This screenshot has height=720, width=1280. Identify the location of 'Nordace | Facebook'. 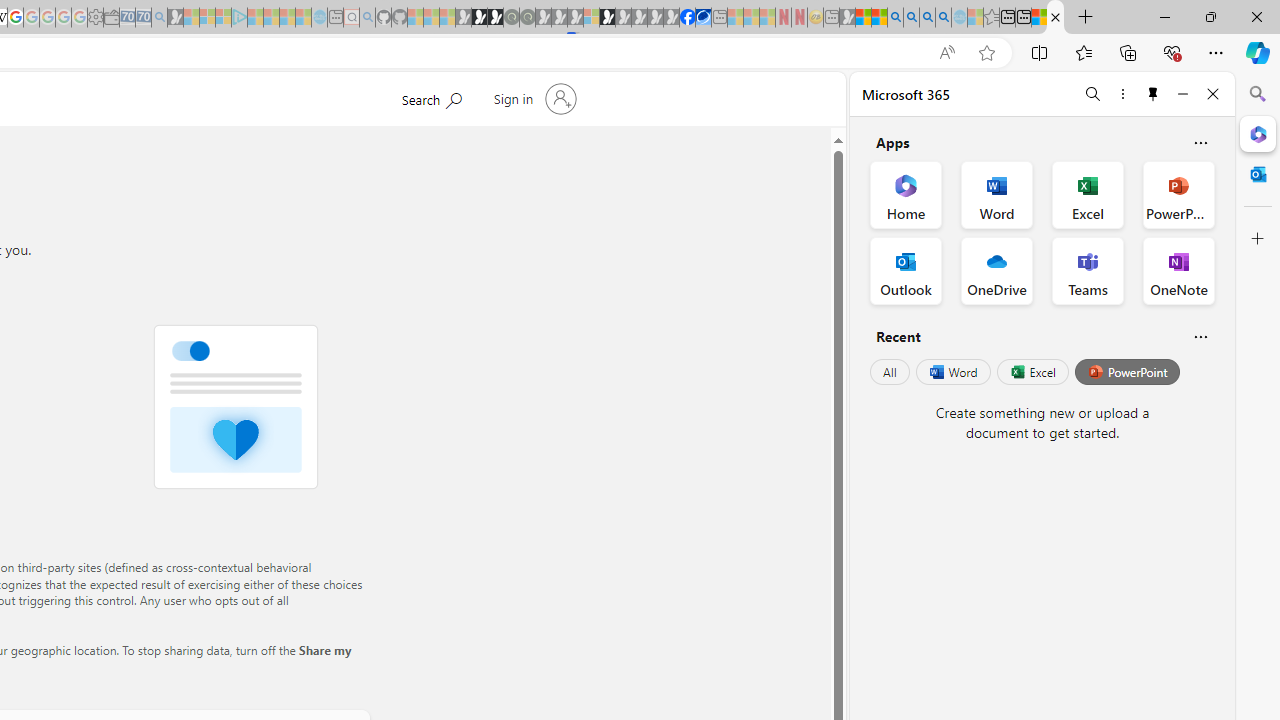
(687, 17).